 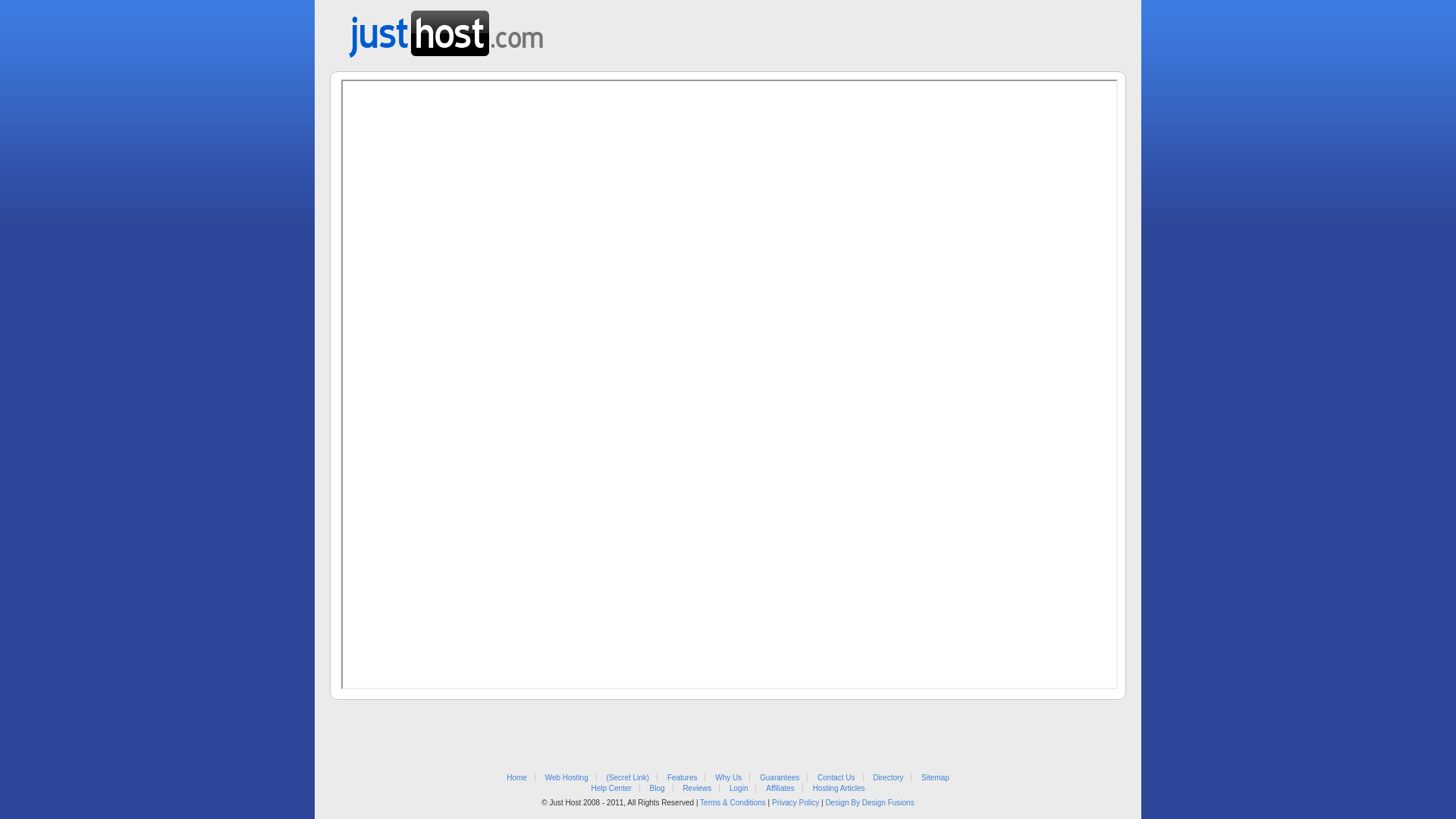 I want to click on 'Sitemap', so click(x=934, y=777).